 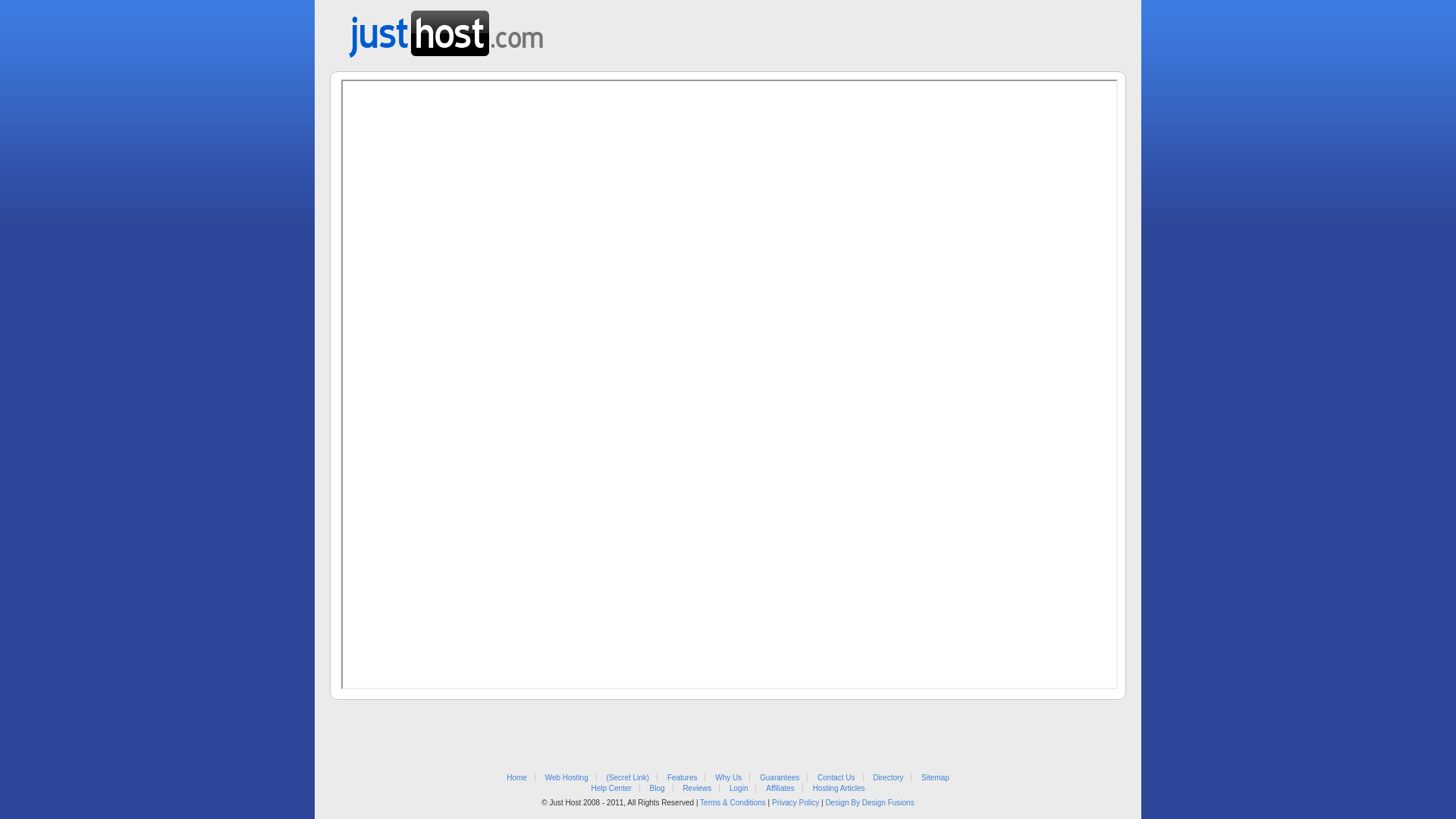 I want to click on 'Sitemap', so click(x=934, y=777).